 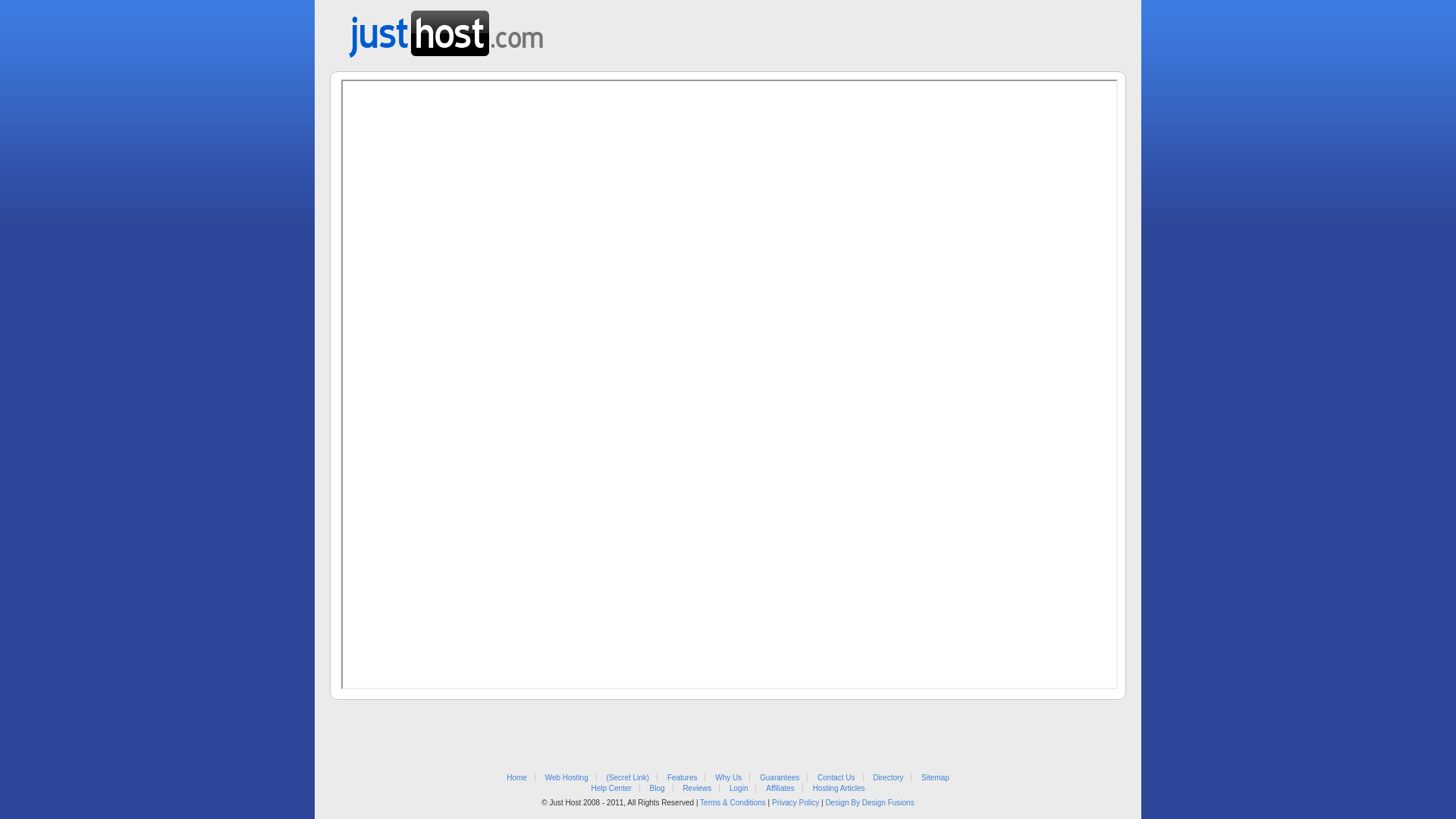 I want to click on 'Sitemap', so click(x=934, y=777).